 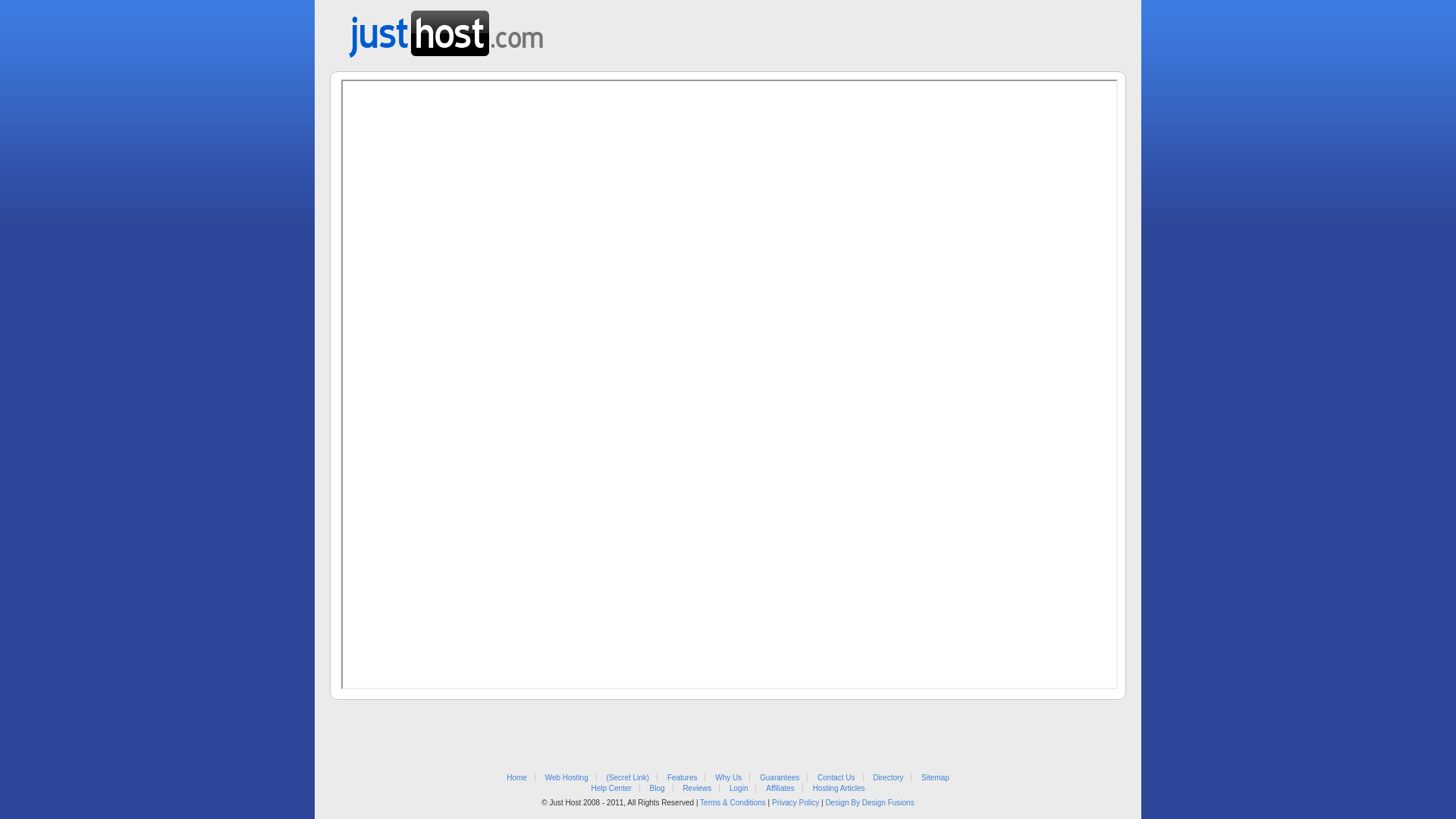 I want to click on 'Sitemap', so click(x=934, y=777).